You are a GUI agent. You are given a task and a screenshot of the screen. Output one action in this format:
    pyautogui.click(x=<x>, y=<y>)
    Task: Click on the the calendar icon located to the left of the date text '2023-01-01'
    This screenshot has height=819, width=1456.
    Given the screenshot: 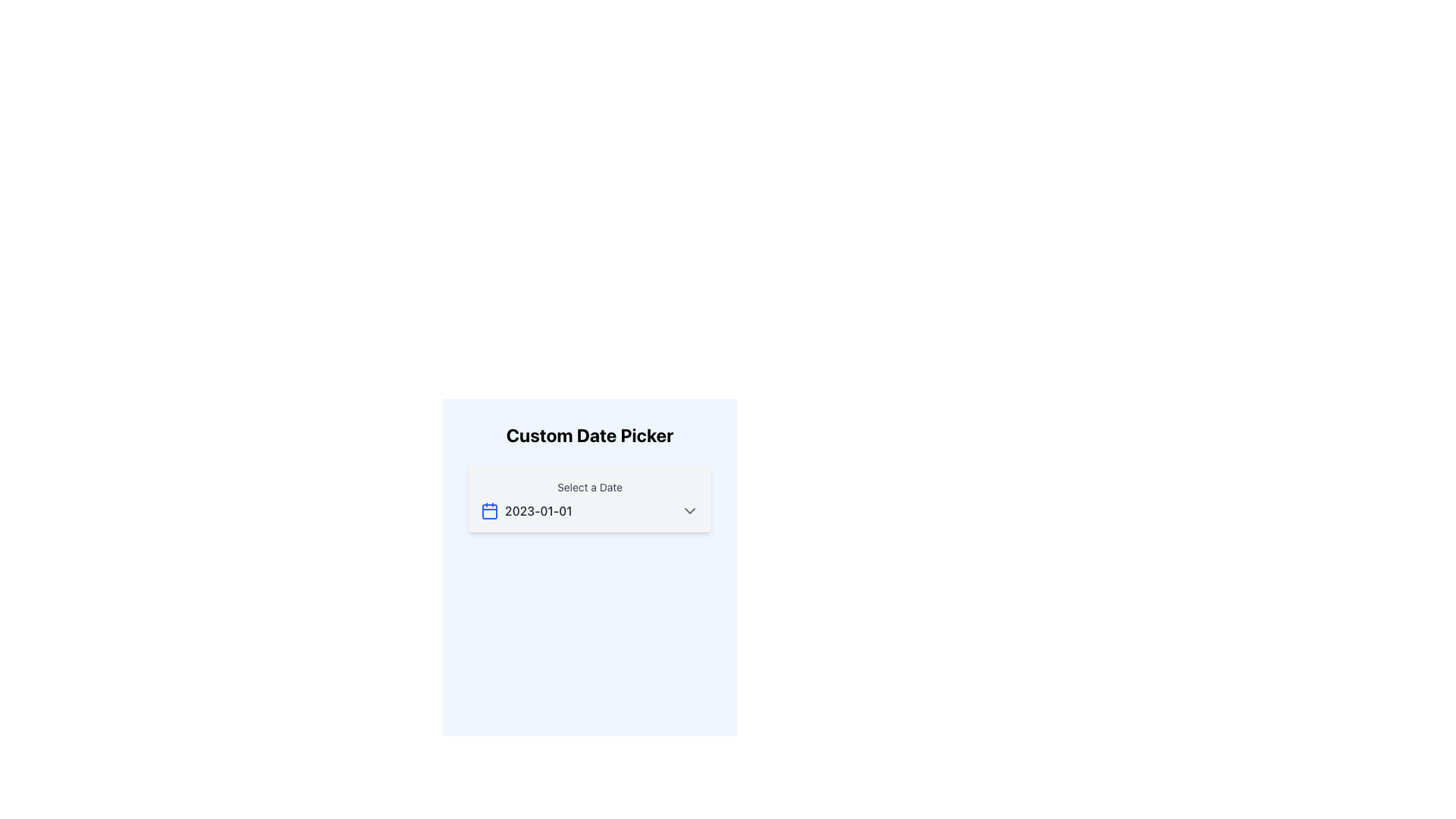 What is the action you would take?
    pyautogui.click(x=490, y=511)
    